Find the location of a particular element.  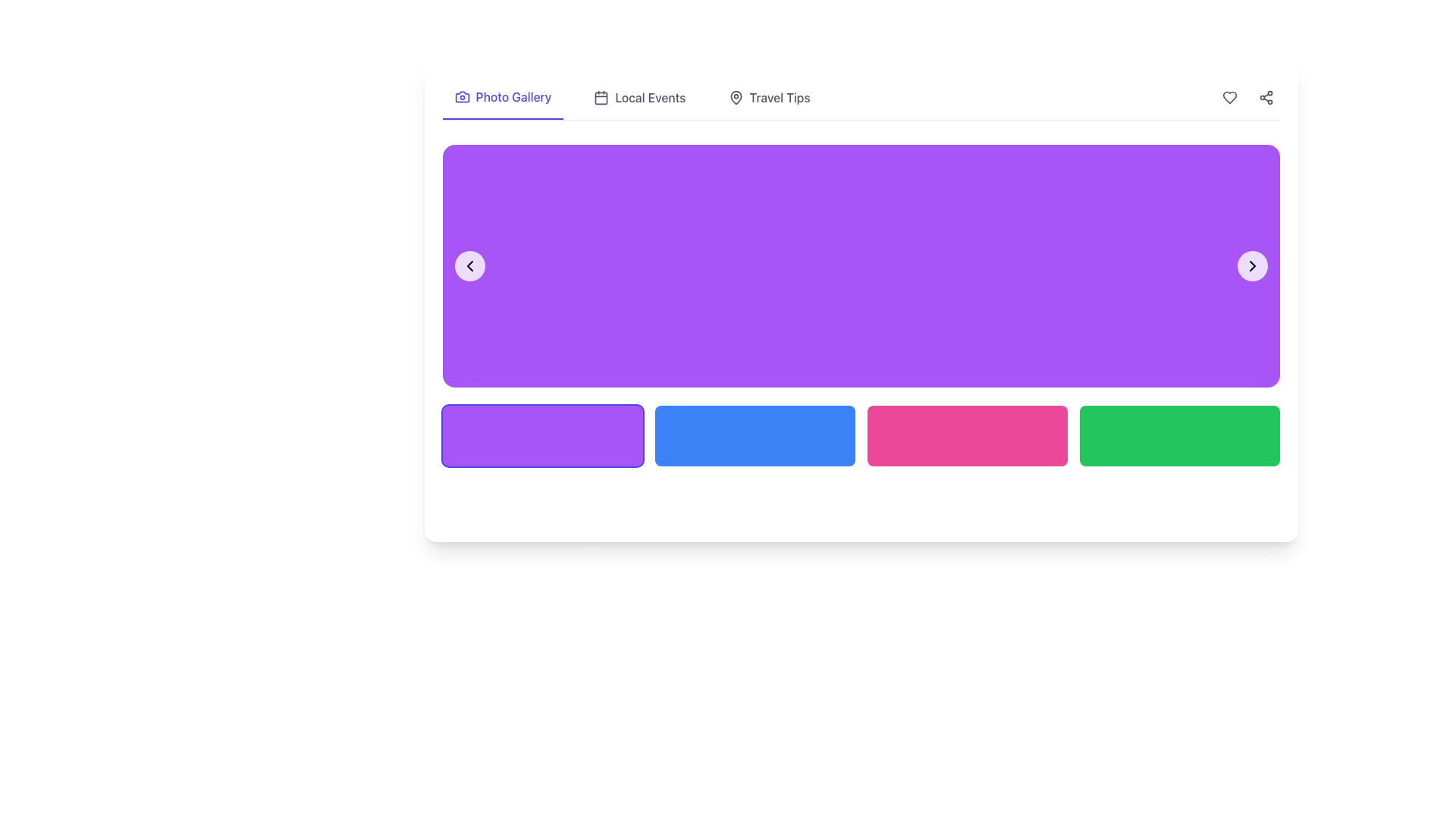

the clickable navigation link for 'Travel Tips' located on the upper site navigation bar, third to the right of 'Photo Gallery' and 'Local Events' is located at coordinates (769, 97).